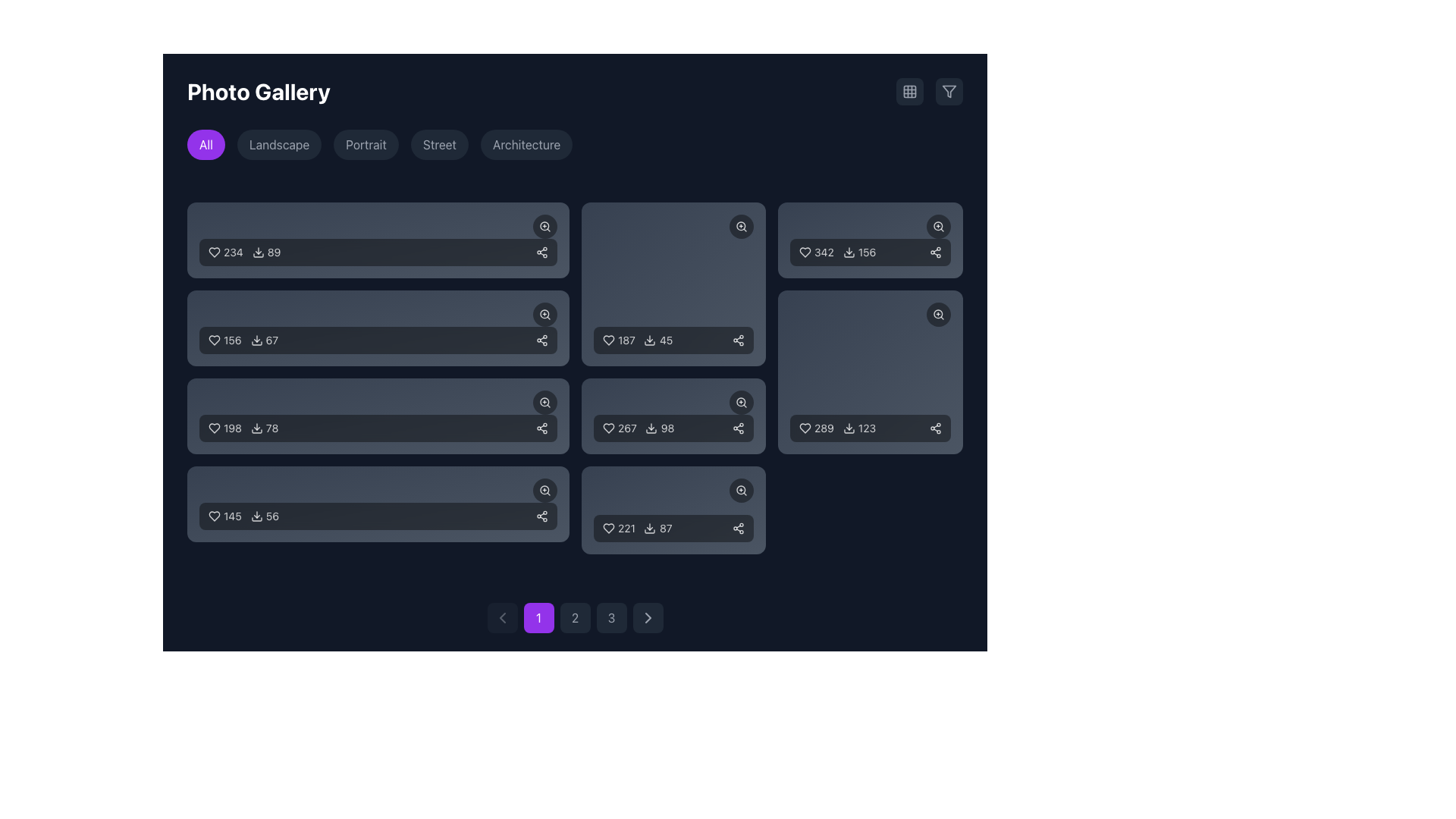 This screenshot has height=819, width=1456. Describe the element at coordinates (648, 617) in the screenshot. I see `the chevron-shaped arrow icon within the button located at the bottom-right corner of the pagination bar` at that location.